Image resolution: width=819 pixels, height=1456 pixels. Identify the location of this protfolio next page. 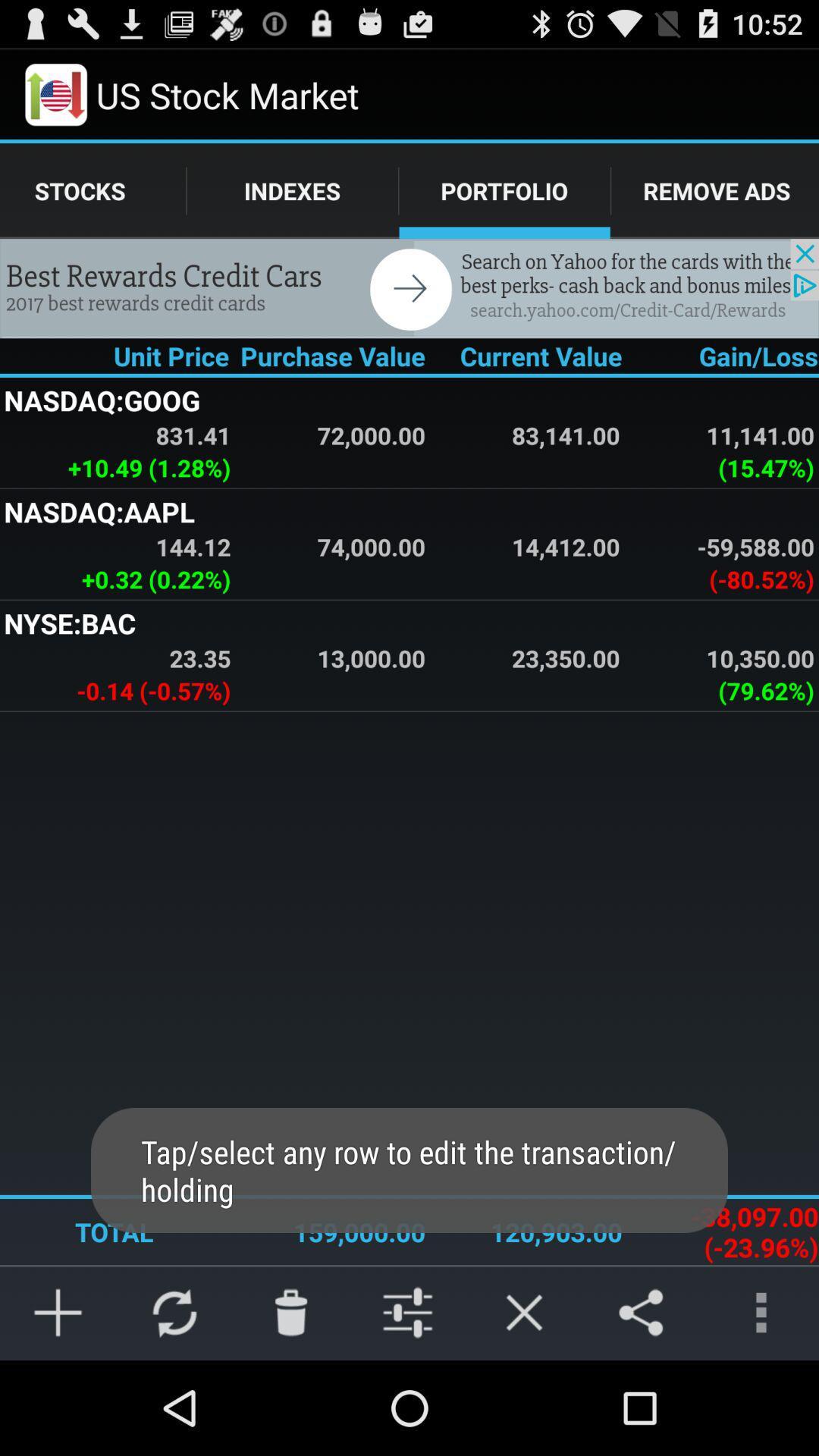
(409, 288).